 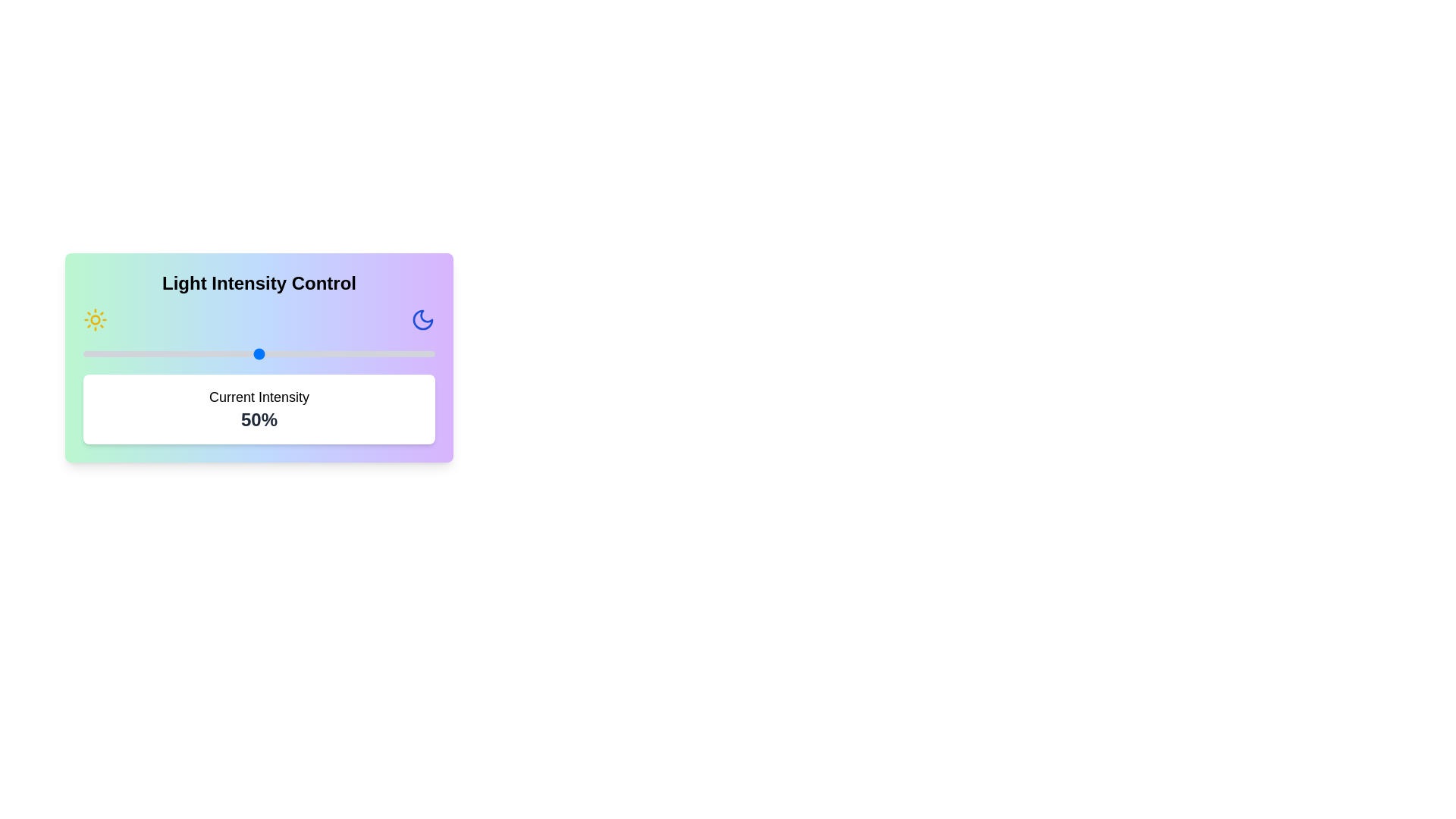 What do you see at coordinates (259, 318) in the screenshot?
I see `the static visual indicator representing the transition between day and night, located below the 'Light Intensity Control' title` at bounding box center [259, 318].